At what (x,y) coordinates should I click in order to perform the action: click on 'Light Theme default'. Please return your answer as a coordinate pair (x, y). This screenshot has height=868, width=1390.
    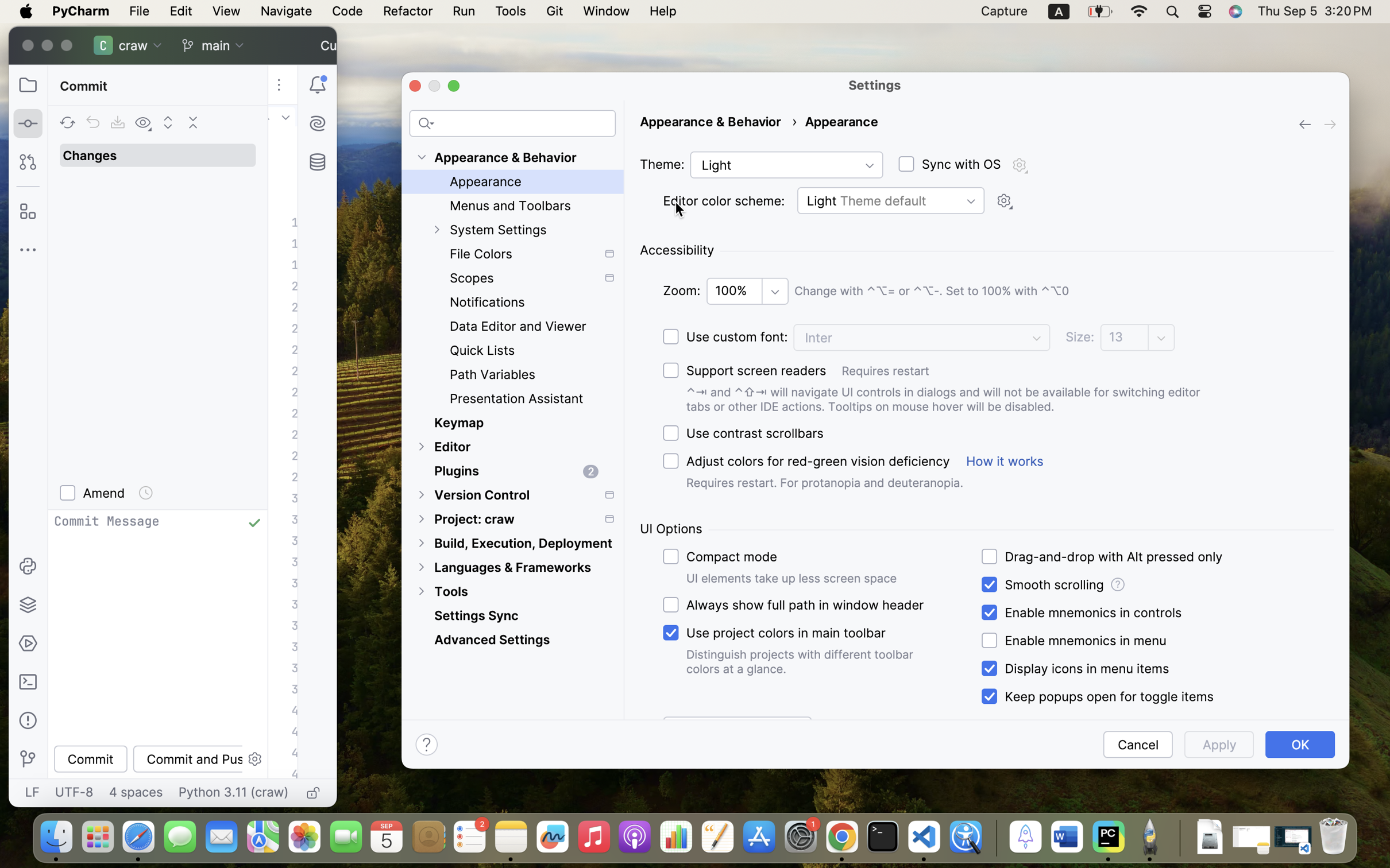
    Looking at the image, I should click on (890, 200).